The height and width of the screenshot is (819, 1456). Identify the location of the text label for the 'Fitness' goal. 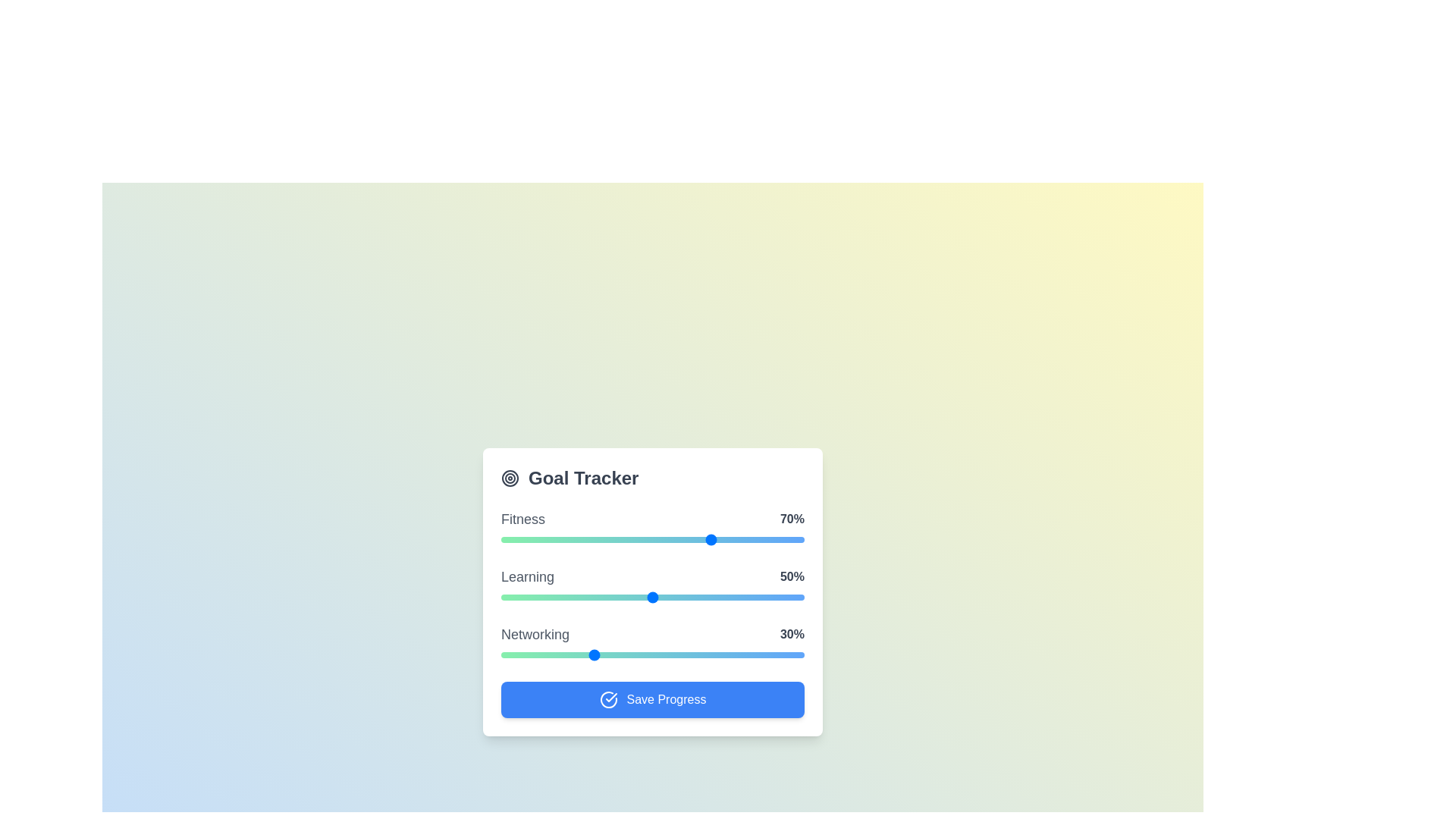
(501, 509).